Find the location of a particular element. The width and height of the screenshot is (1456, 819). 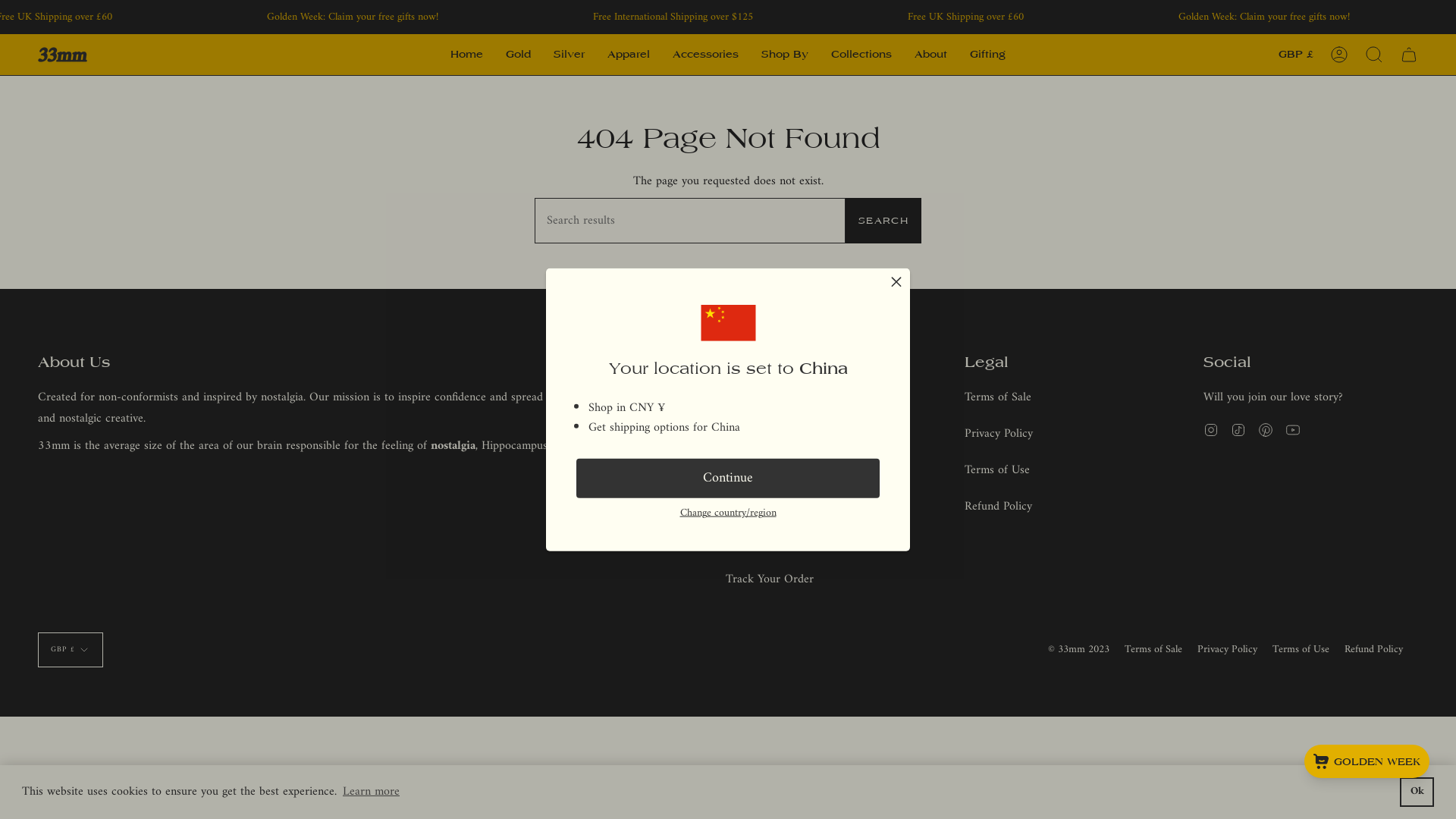

'FAQs' is located at coordinates (739, 469).